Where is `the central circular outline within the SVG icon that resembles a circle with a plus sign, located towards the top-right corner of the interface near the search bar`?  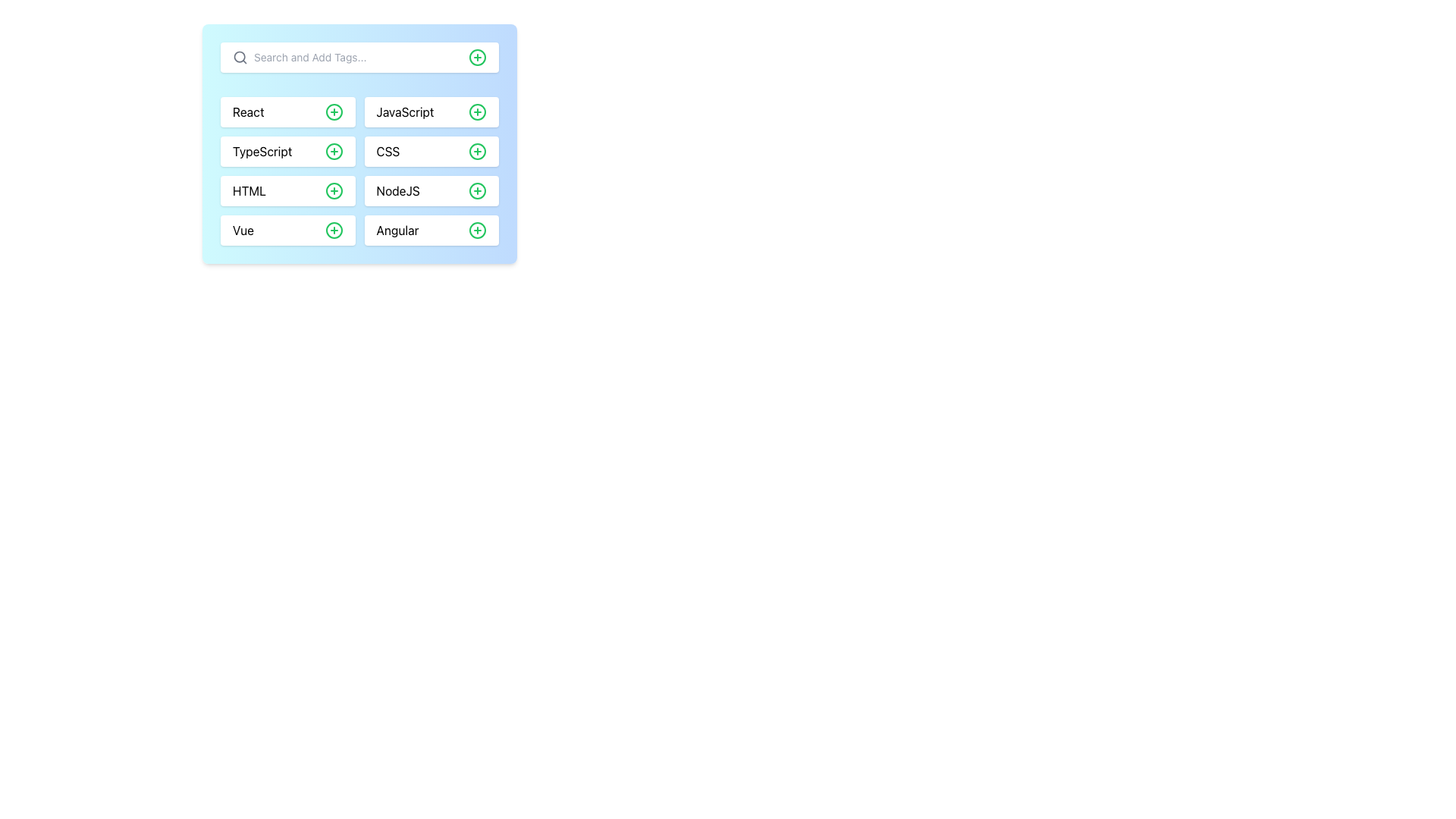 the central circular outline within the SVG icon that resembles a circle with a plus sign, located towards the top-right corner of the interface near the search bar is located at coordinates (476, 57).